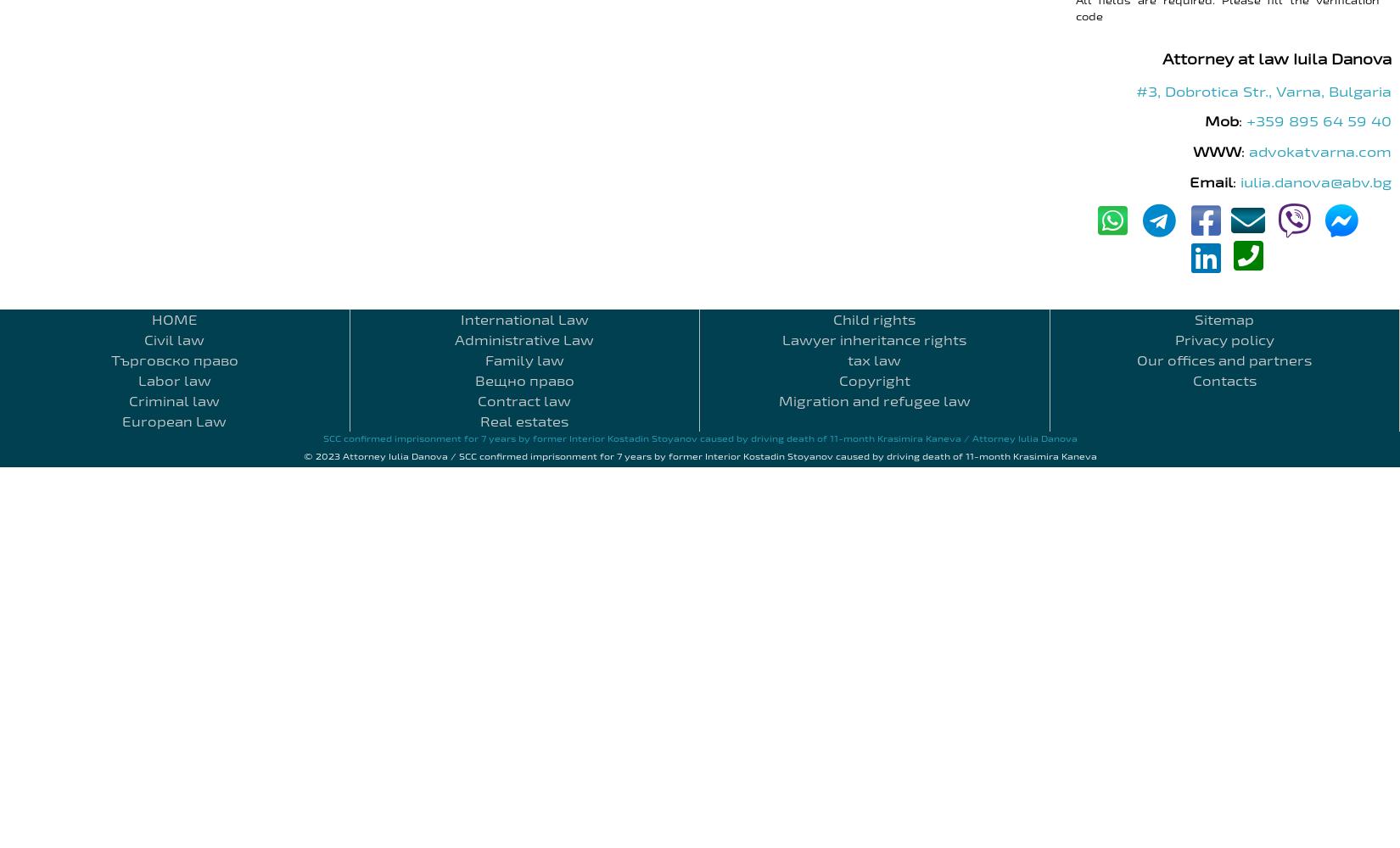 Image resolution: width=1400 pixels, height=848 pixels. What do you see at coordinates (1220, 120) in the screenshot?
I see `'Mob'` at bounding box center [1220, 120].